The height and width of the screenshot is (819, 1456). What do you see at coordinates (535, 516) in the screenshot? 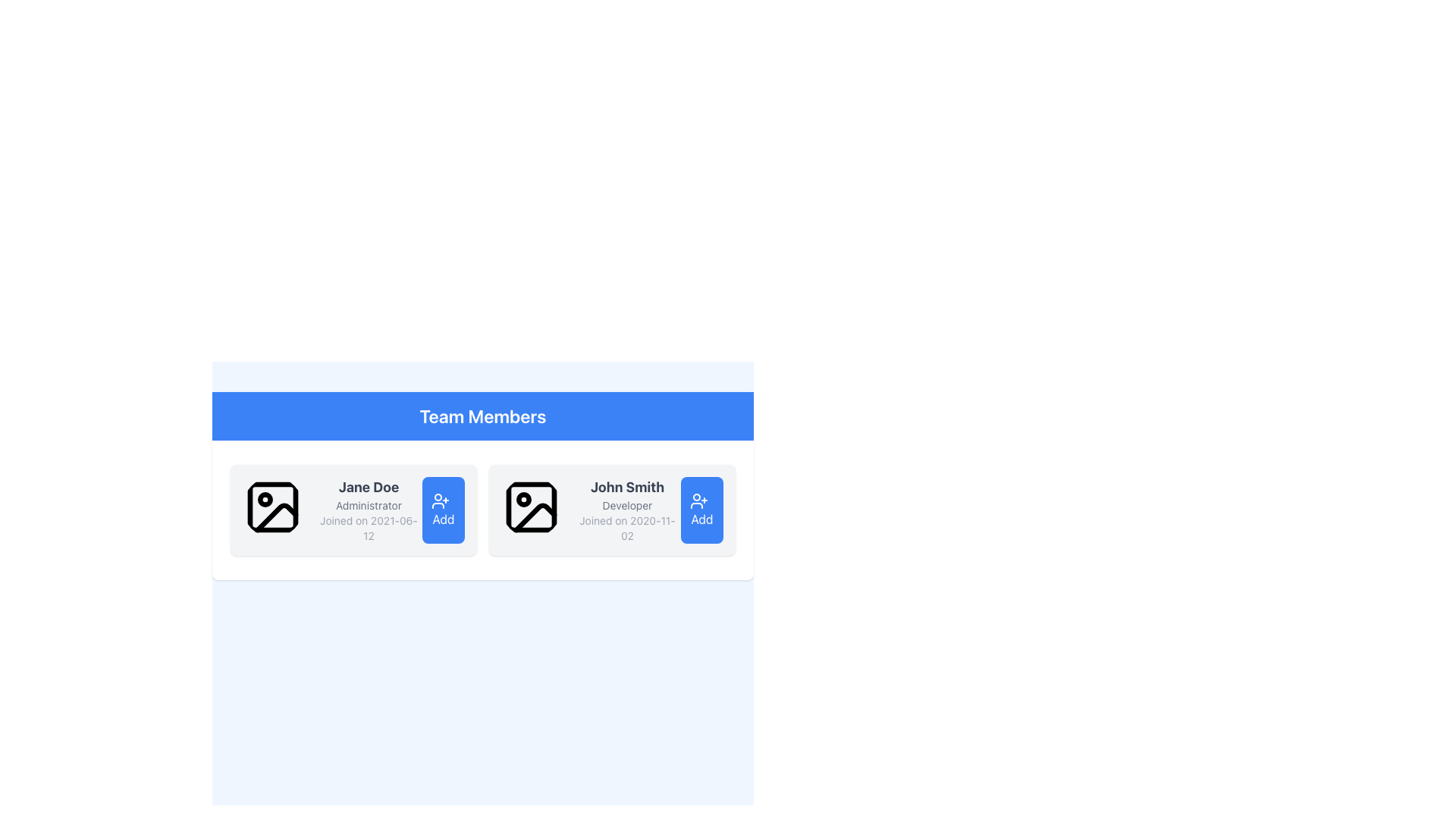
I see `the graphical icon representing the user's profile picture in the 'Team Members' section, located within the right profile card, positioned above 'John Smith' textual details` at bounding box center [535, 516].